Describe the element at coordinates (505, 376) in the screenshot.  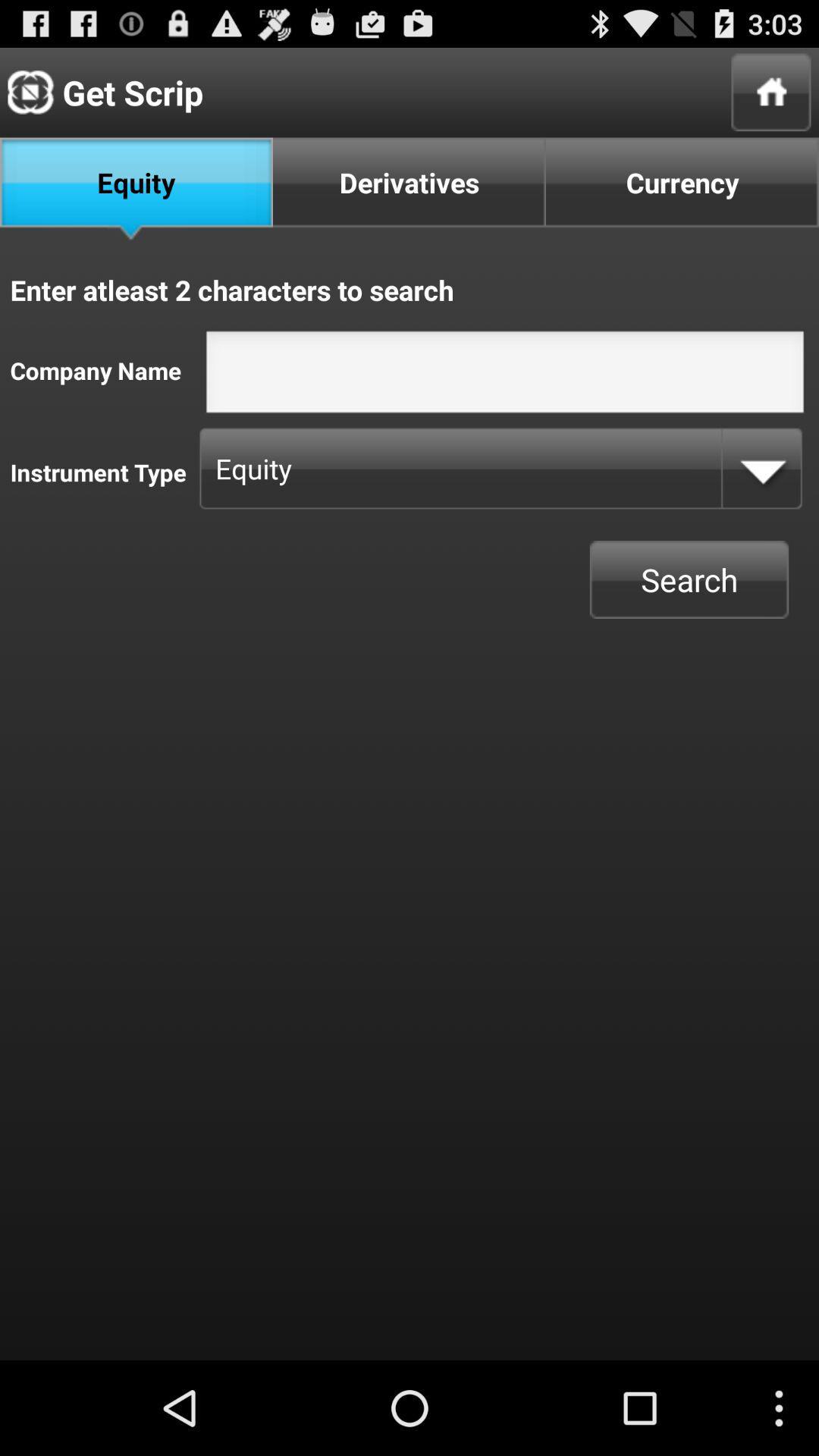
I see `screen page` at that location.